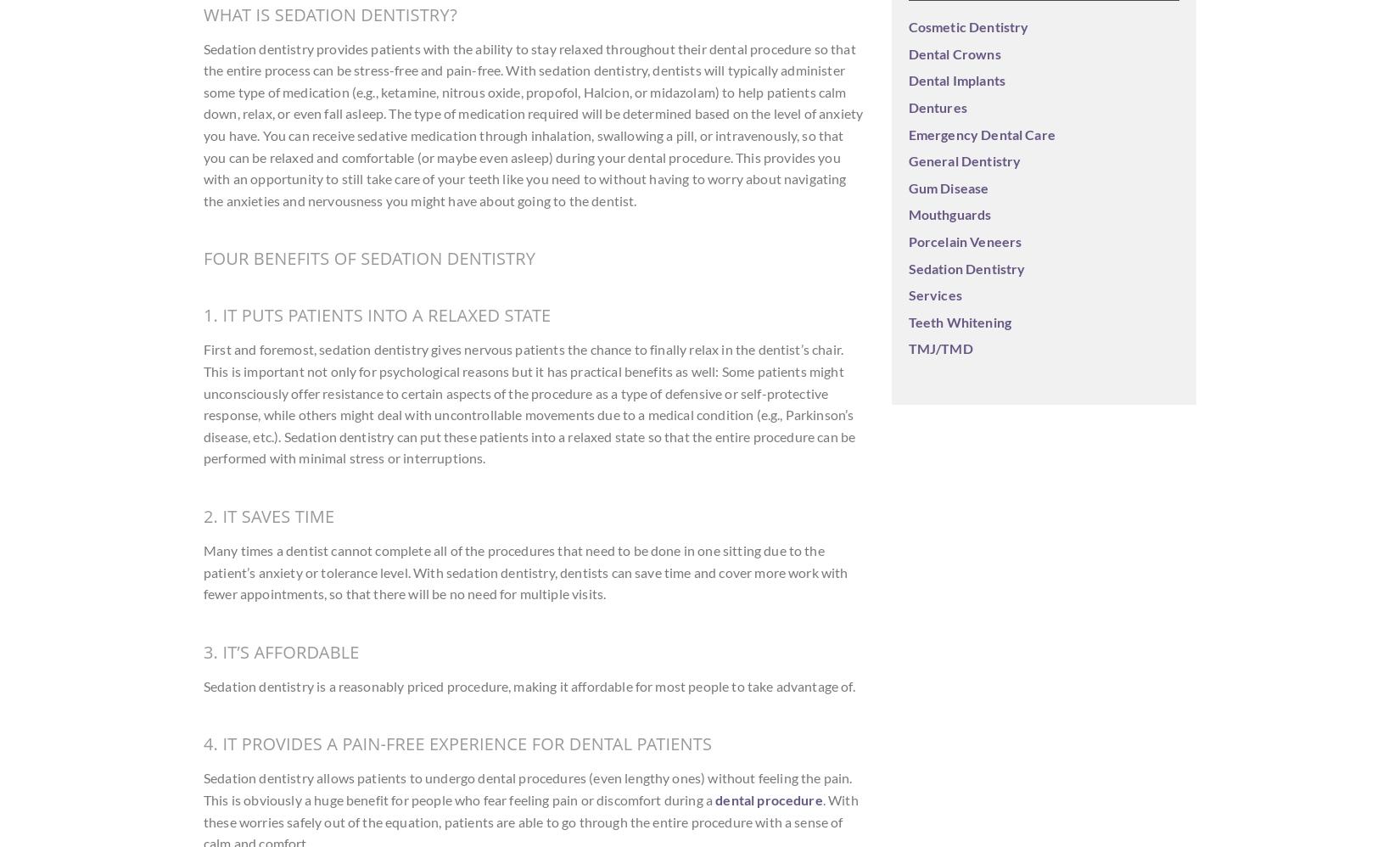 The image size is (1400, 847). I want to click on 'General Dentistry', so click(964, 160).